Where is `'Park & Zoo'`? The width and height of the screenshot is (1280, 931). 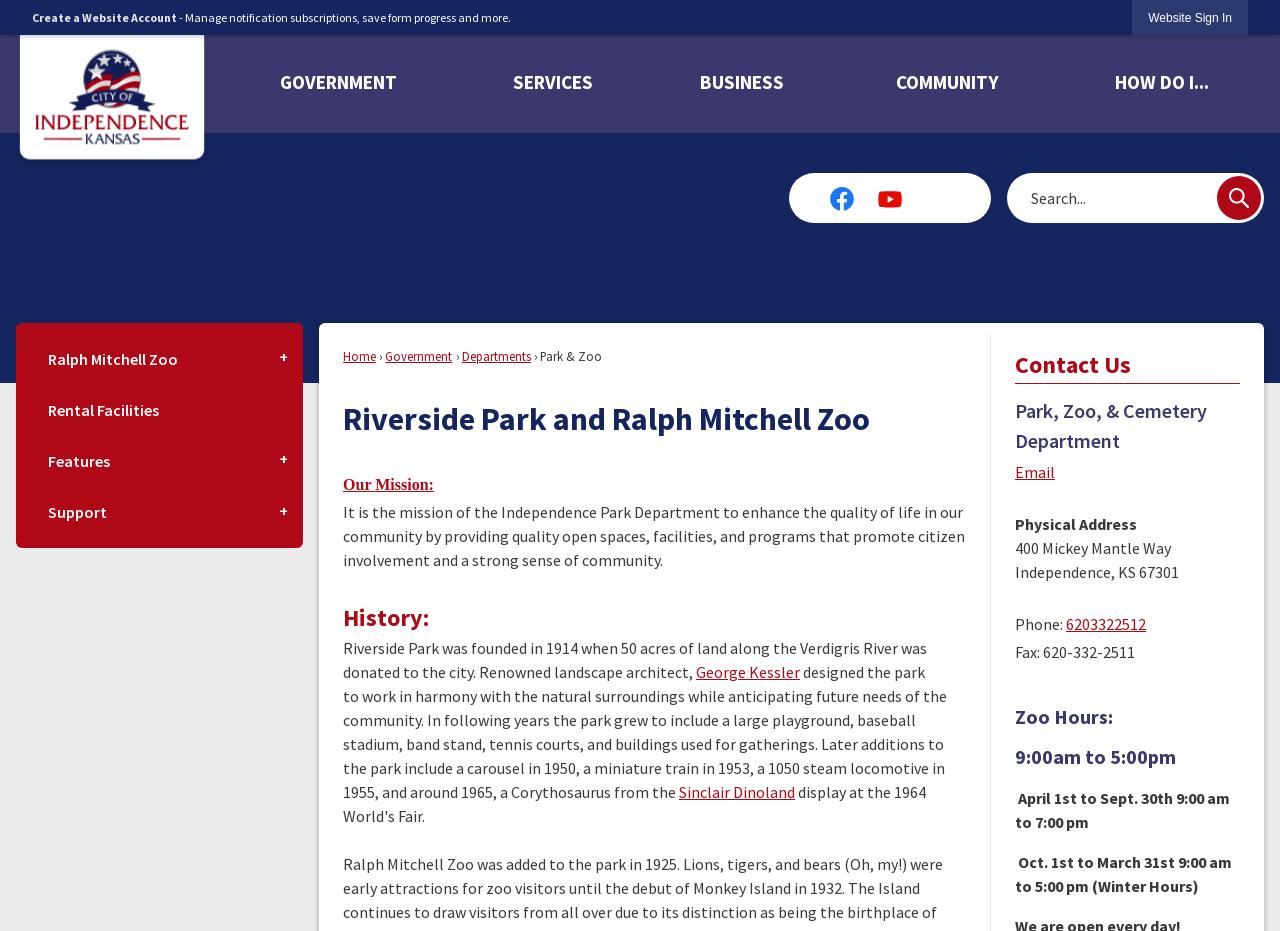
'Park & Zoo' is located at coordinates (570, 356).